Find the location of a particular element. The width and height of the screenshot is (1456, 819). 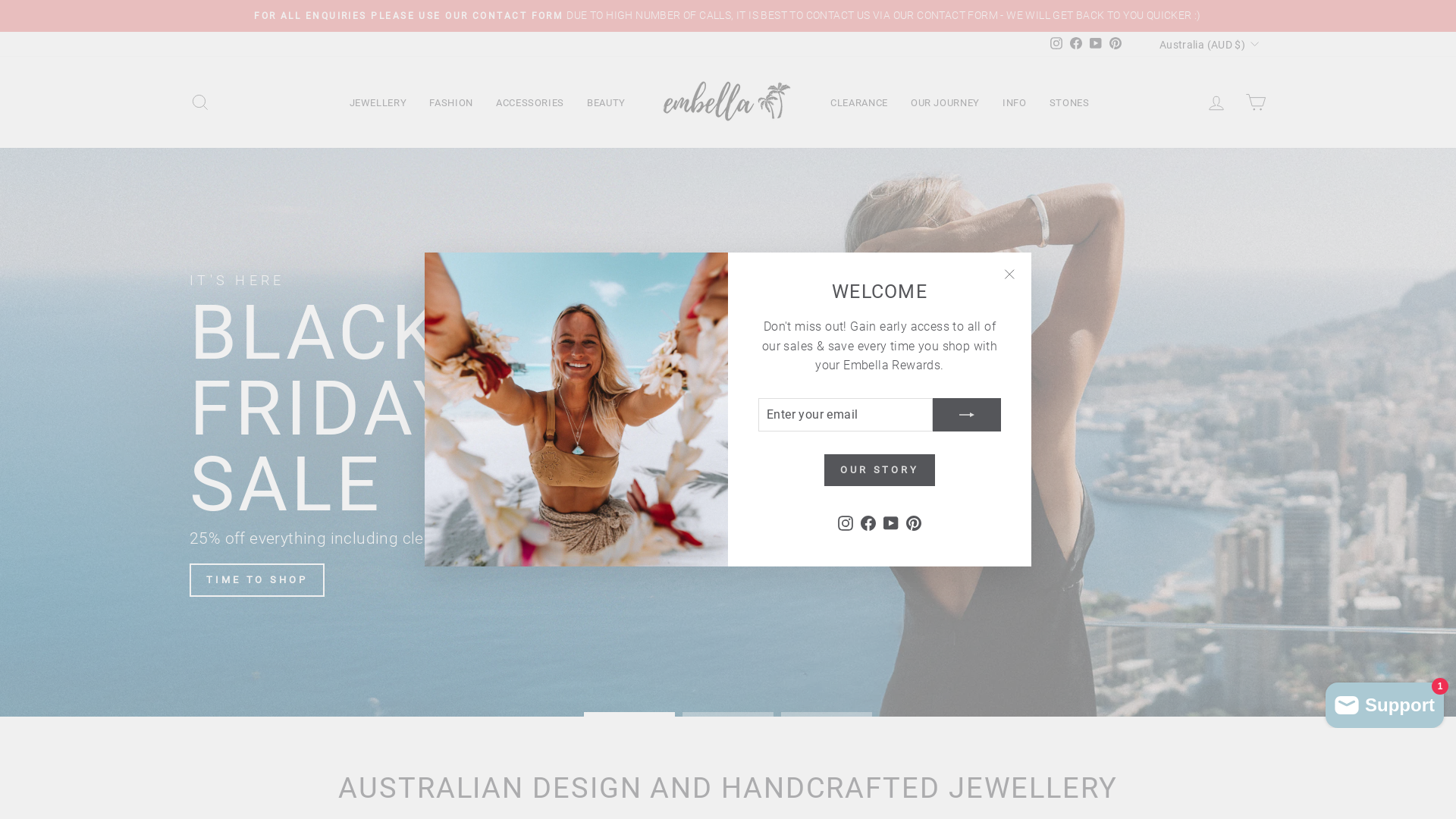

'OUR JOURNEY' is located at coordinates (944, 102).